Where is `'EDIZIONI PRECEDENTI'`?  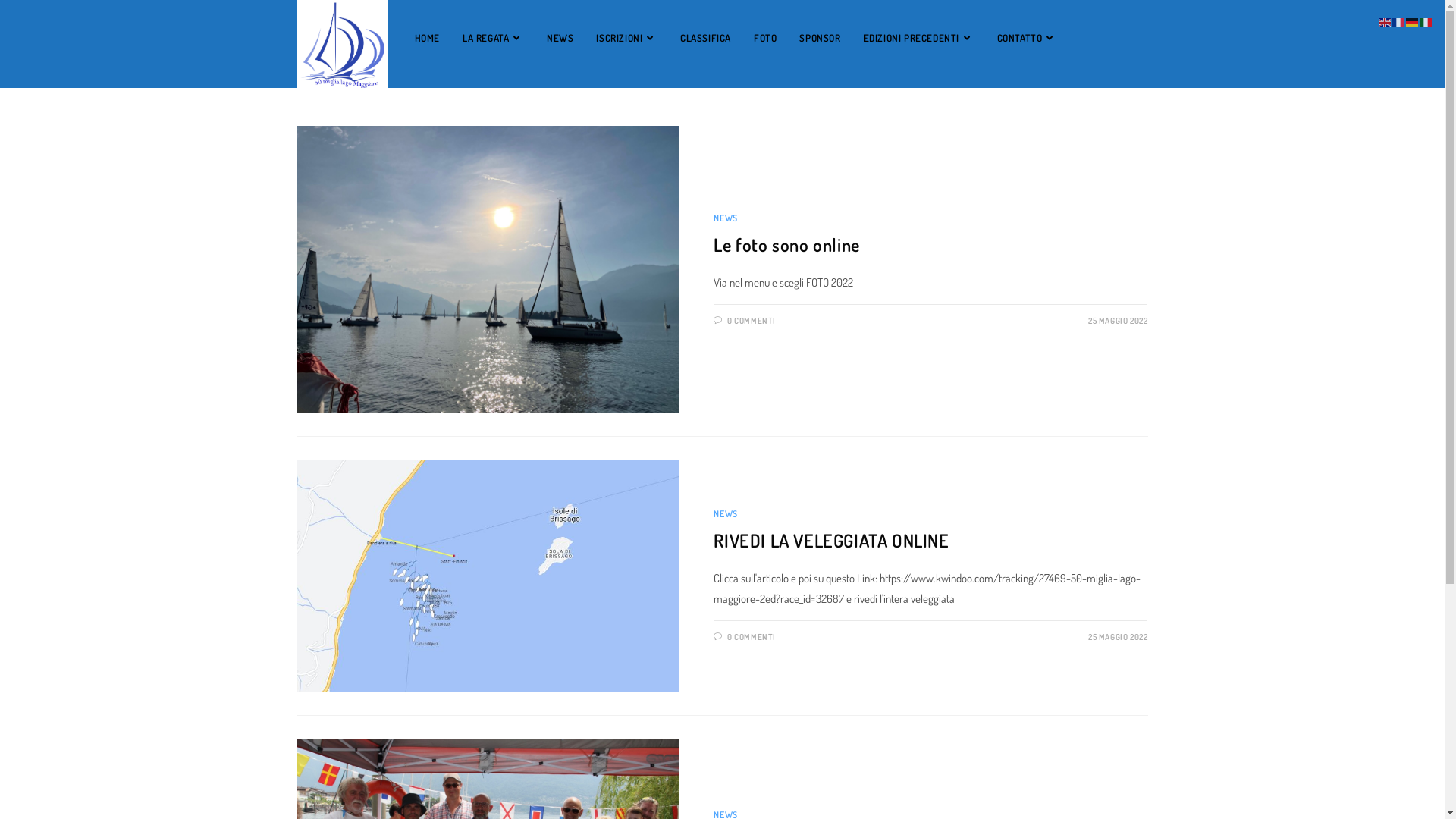
'EDIZIONI PRECEDENTI' is located at coordinates (852, 37).